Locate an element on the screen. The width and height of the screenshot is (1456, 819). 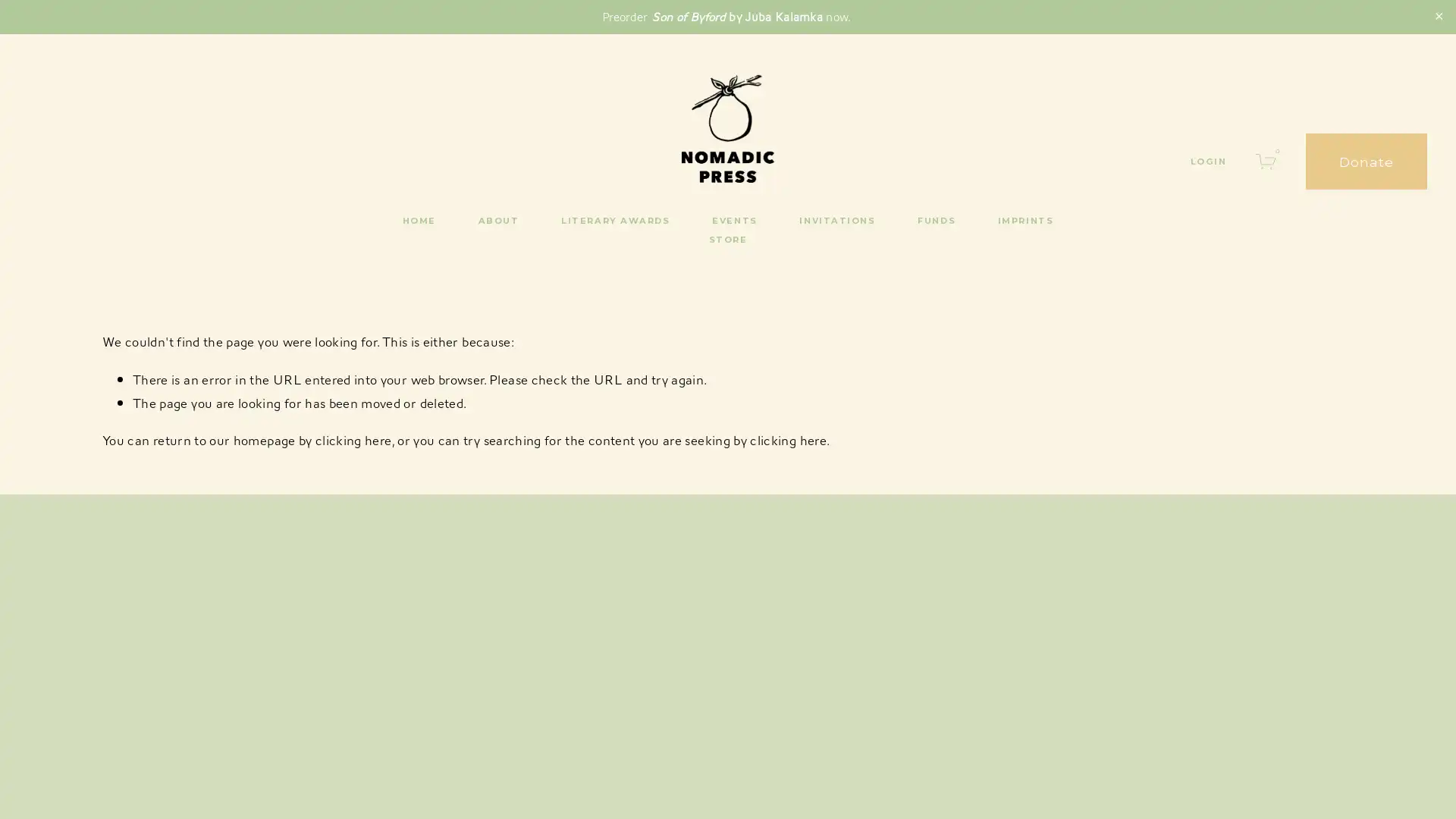
Close is located at coordinates (1379, 453).